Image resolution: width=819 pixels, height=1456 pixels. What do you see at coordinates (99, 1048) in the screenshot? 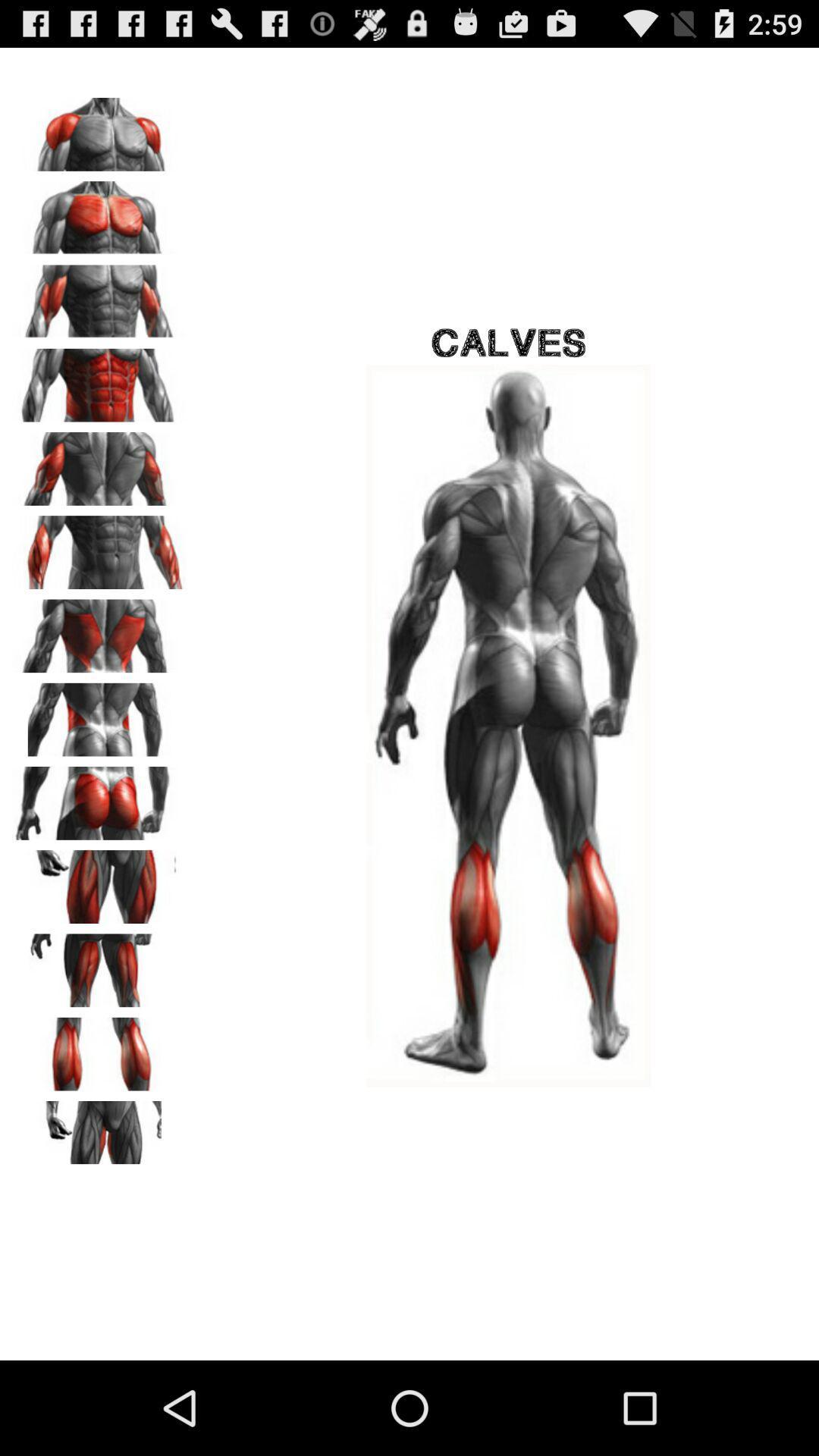
I see `calves of body` at bounding box center [99, 1048].